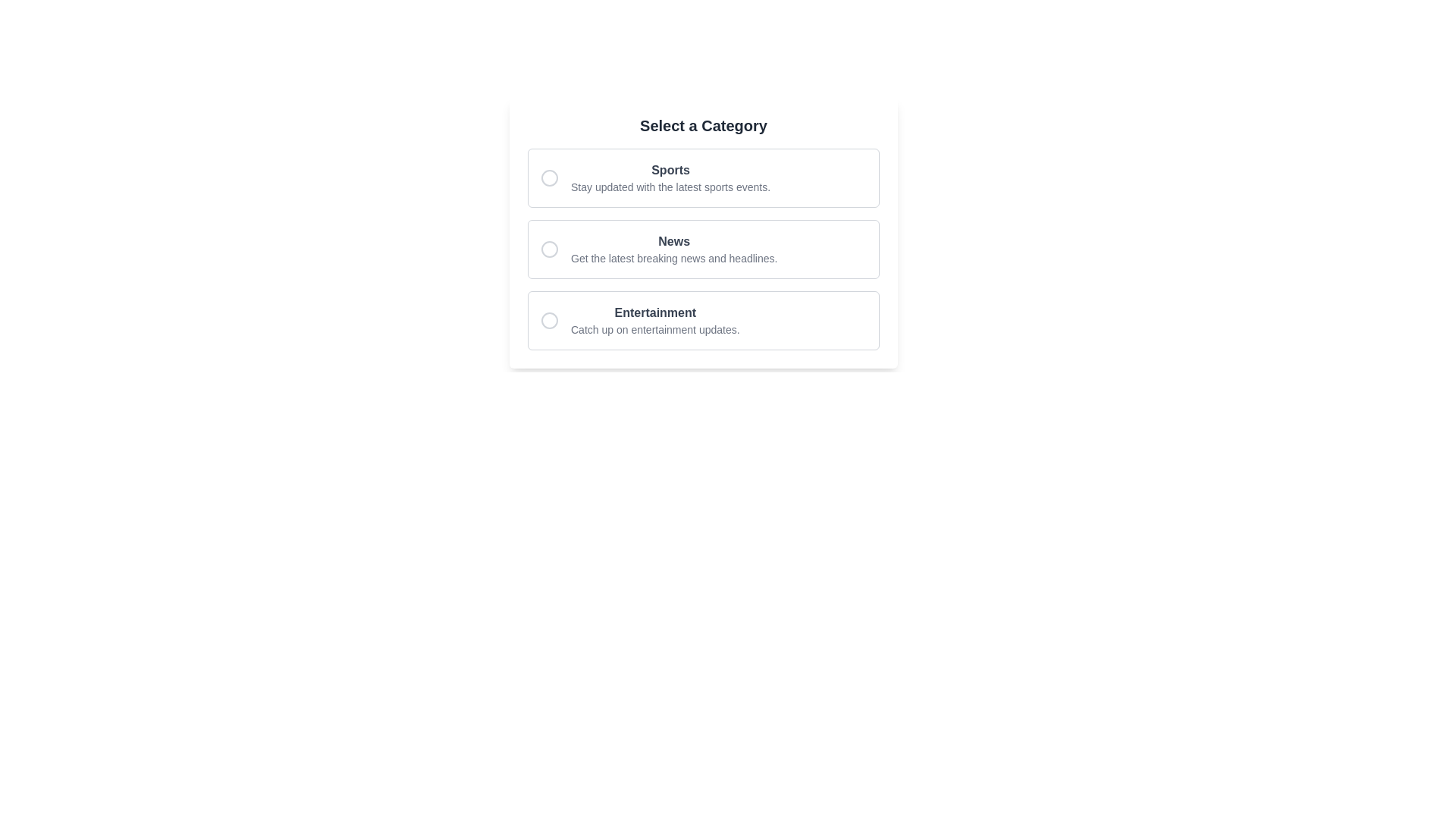  I want to click on the light-gray text label that reads 'Stay updated with the latest sports events,' located beneath the bold header 'Sports' in the card-style layout, so click(670, 186).